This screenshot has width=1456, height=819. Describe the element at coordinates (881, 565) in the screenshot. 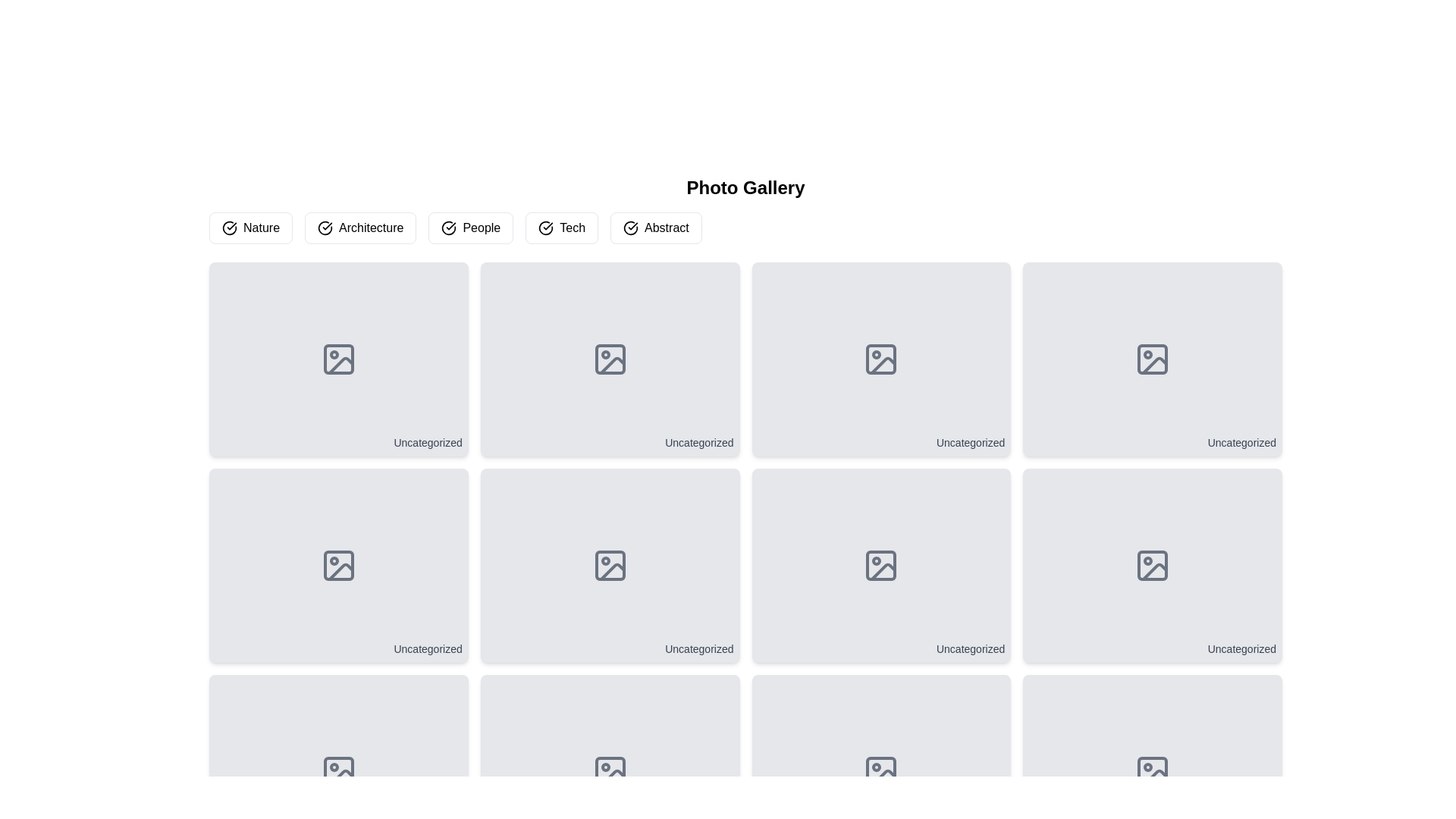

I see `the small icon representing an image with a dark gray stroke, located in the third row and fourth column of the grid layout` at that location.